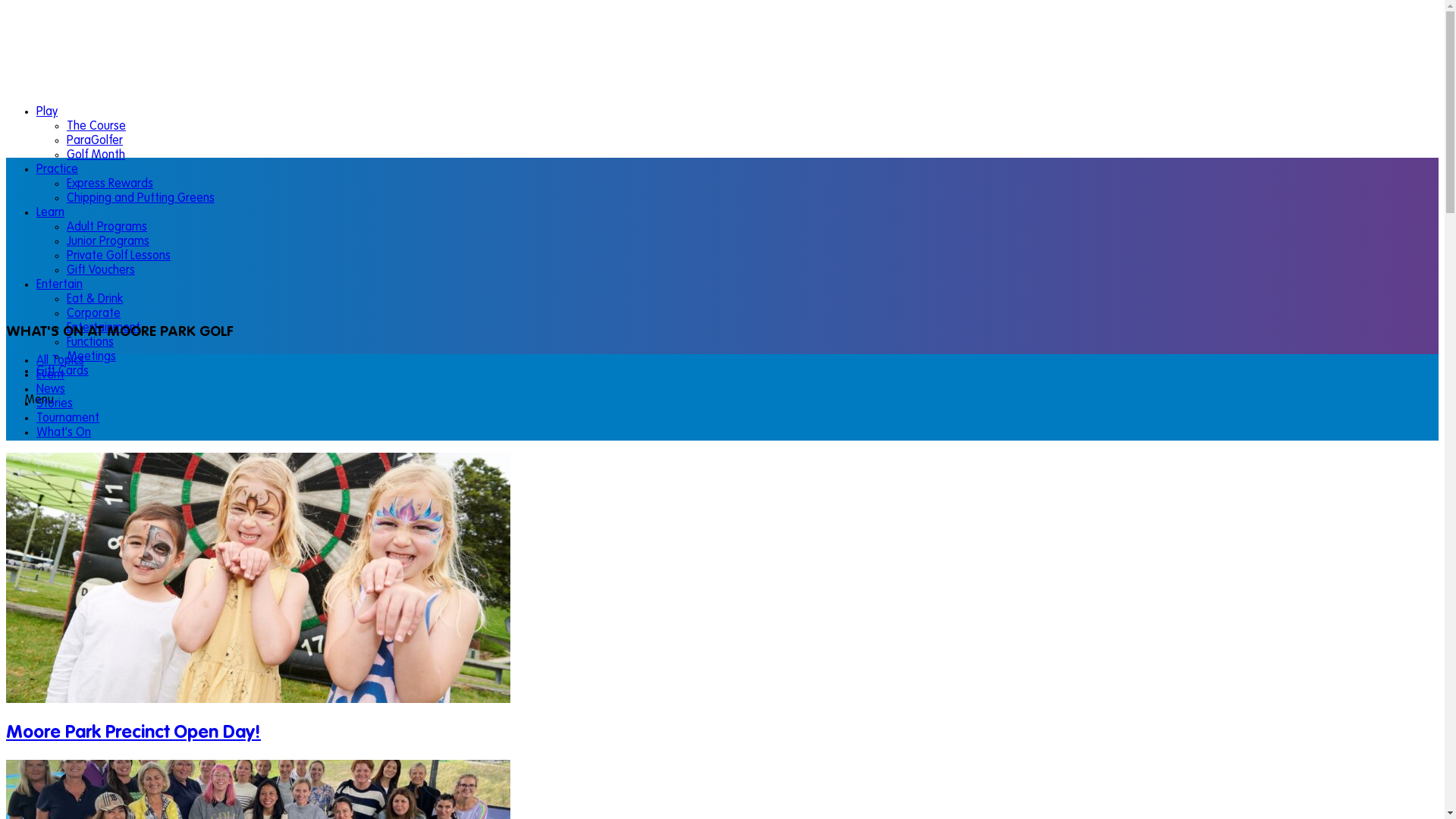 This screenshot has height=819, width=1456. I want to click on 'News', so click(36, 388).